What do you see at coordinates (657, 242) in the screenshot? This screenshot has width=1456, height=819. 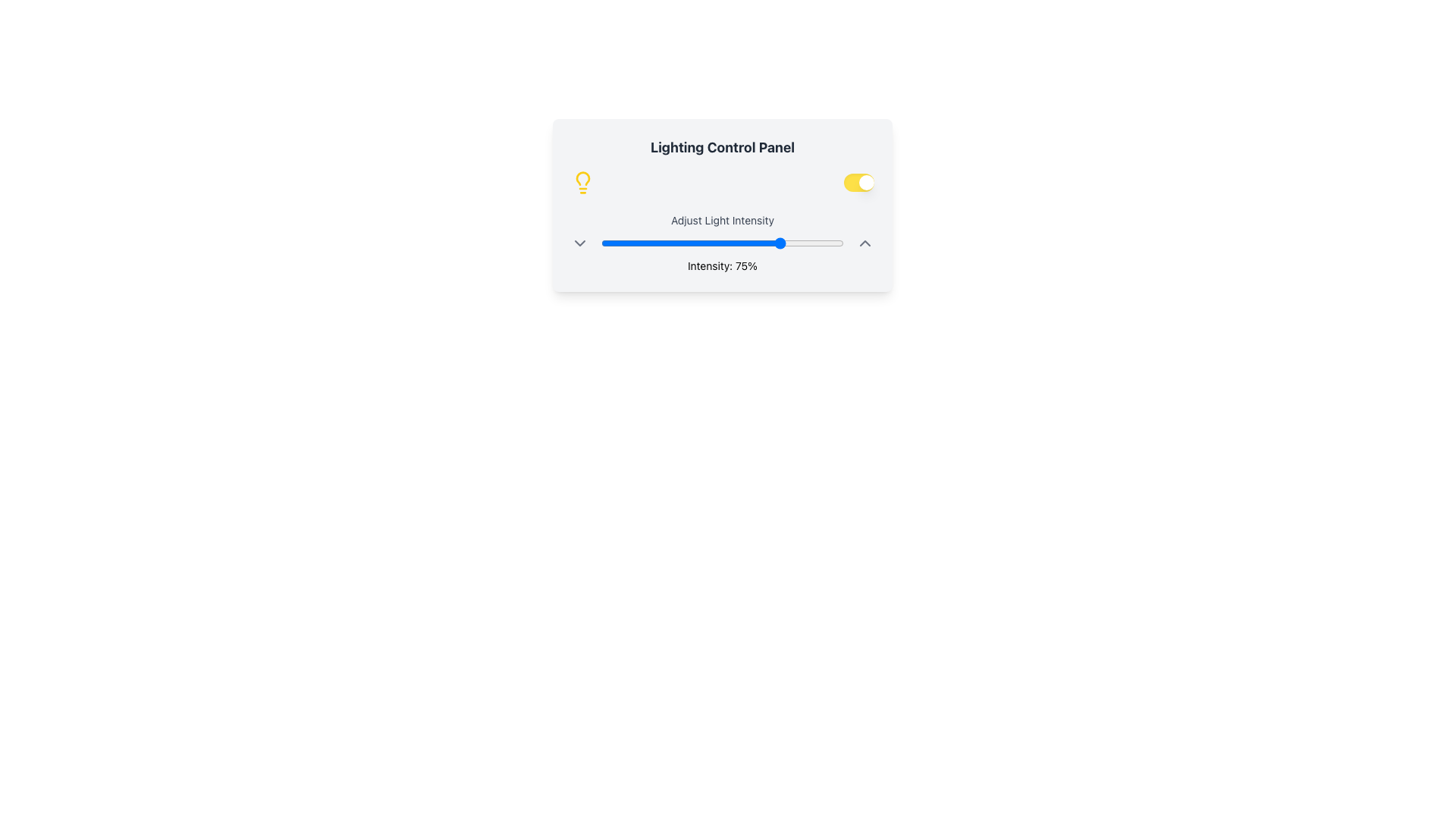 I see `light intensity` at bounding box center [657, 242].